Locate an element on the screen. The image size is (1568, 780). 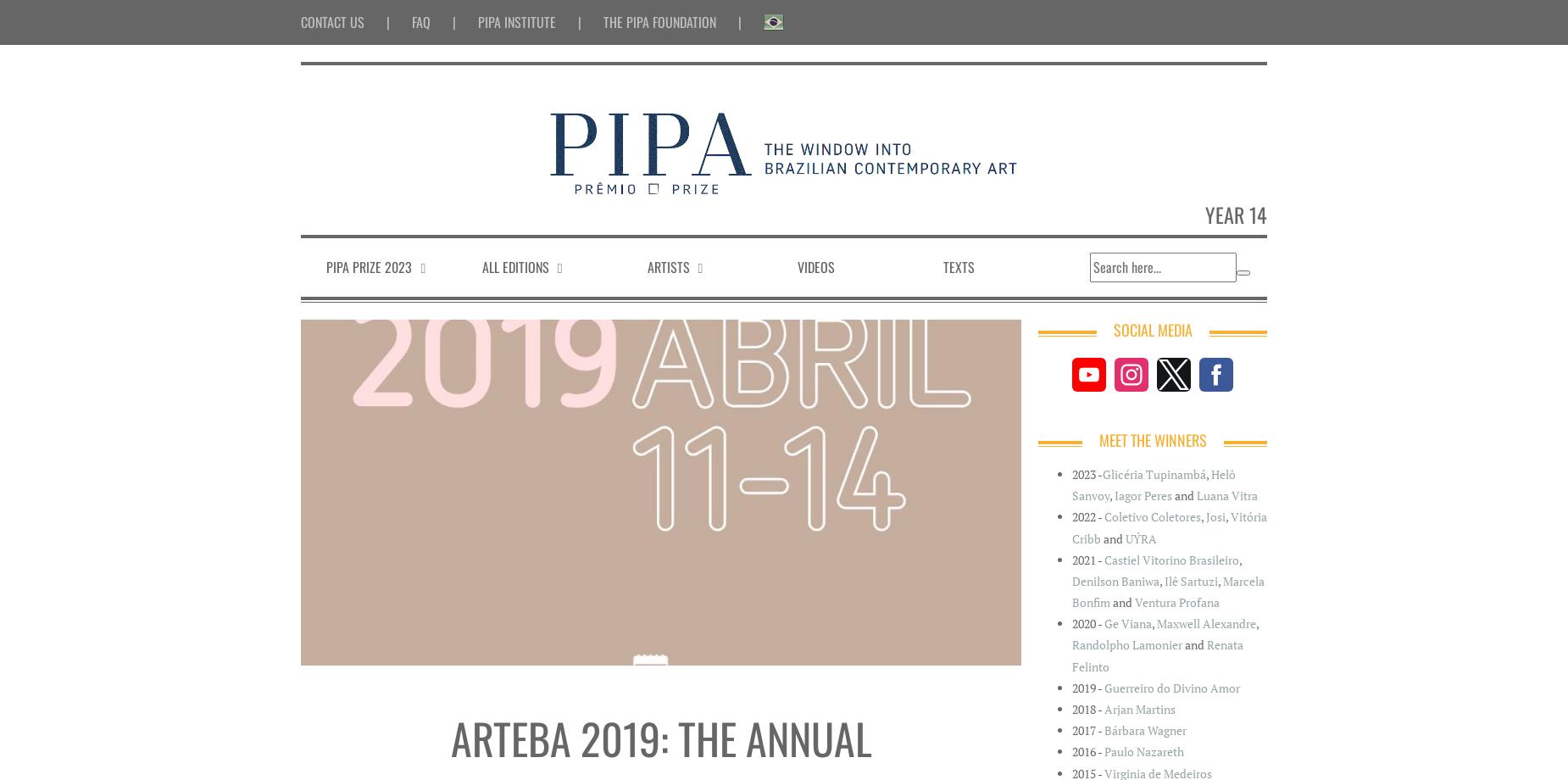
'Coletivo Coletores' is located at coordinates (1151, 515).